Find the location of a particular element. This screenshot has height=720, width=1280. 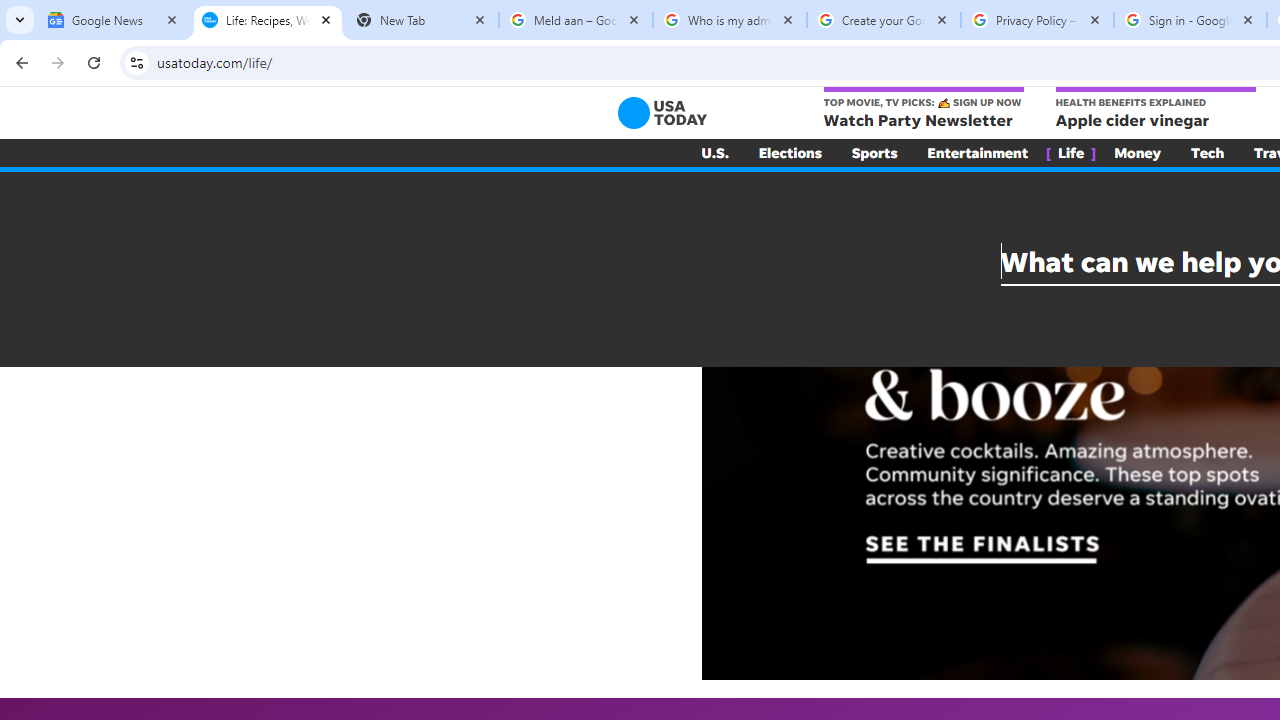

'U.S.' is located at coordinates (714, 152).